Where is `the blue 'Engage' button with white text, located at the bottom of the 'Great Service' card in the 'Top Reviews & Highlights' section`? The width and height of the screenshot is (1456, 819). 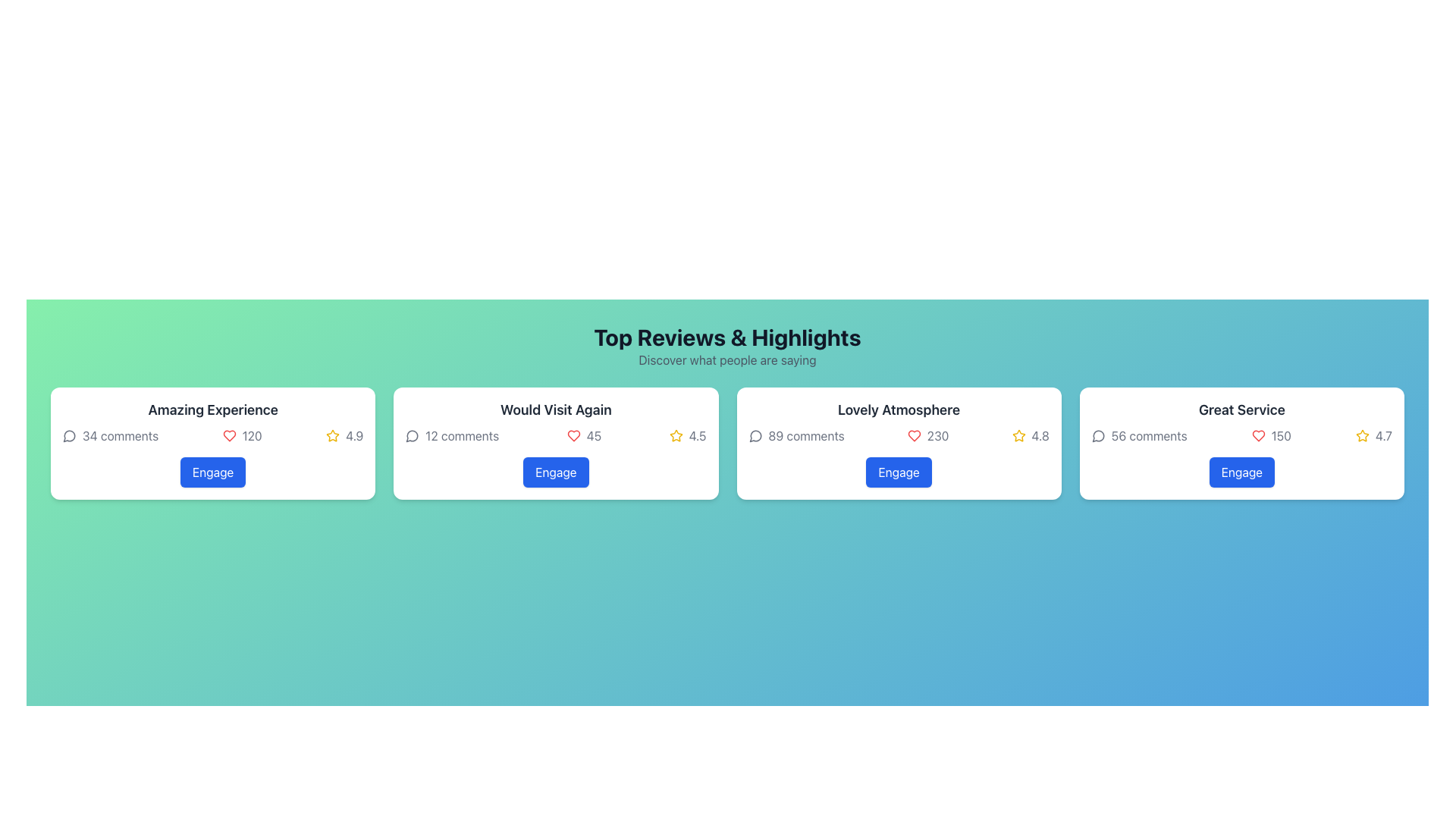
the blue 'Engage' button with white text, located at the bottom of the 'Great Service' card in the 'Top Reviews & Highlights' section is located at coordinates (1241, 472).